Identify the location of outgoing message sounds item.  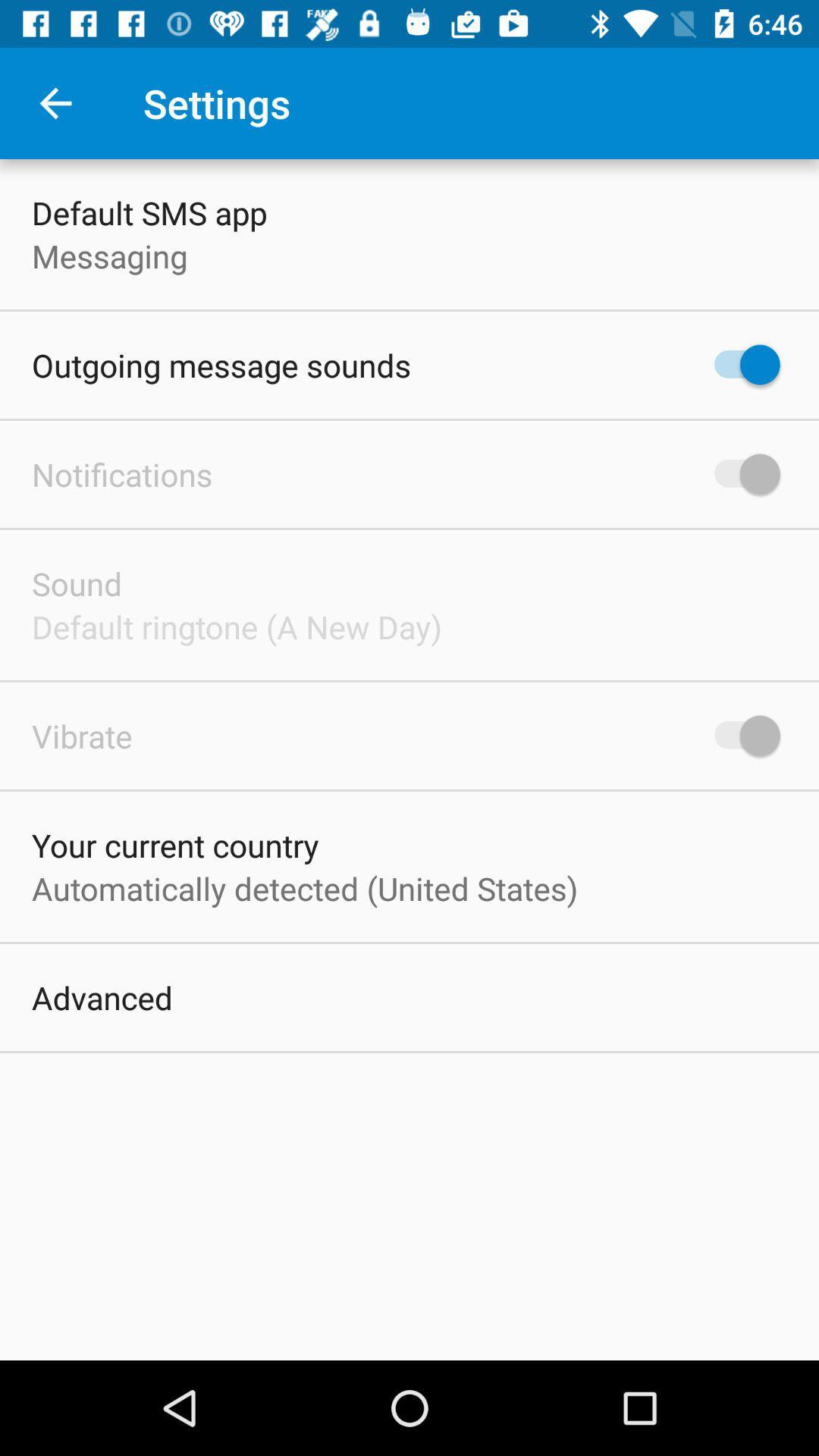
(221, 365).